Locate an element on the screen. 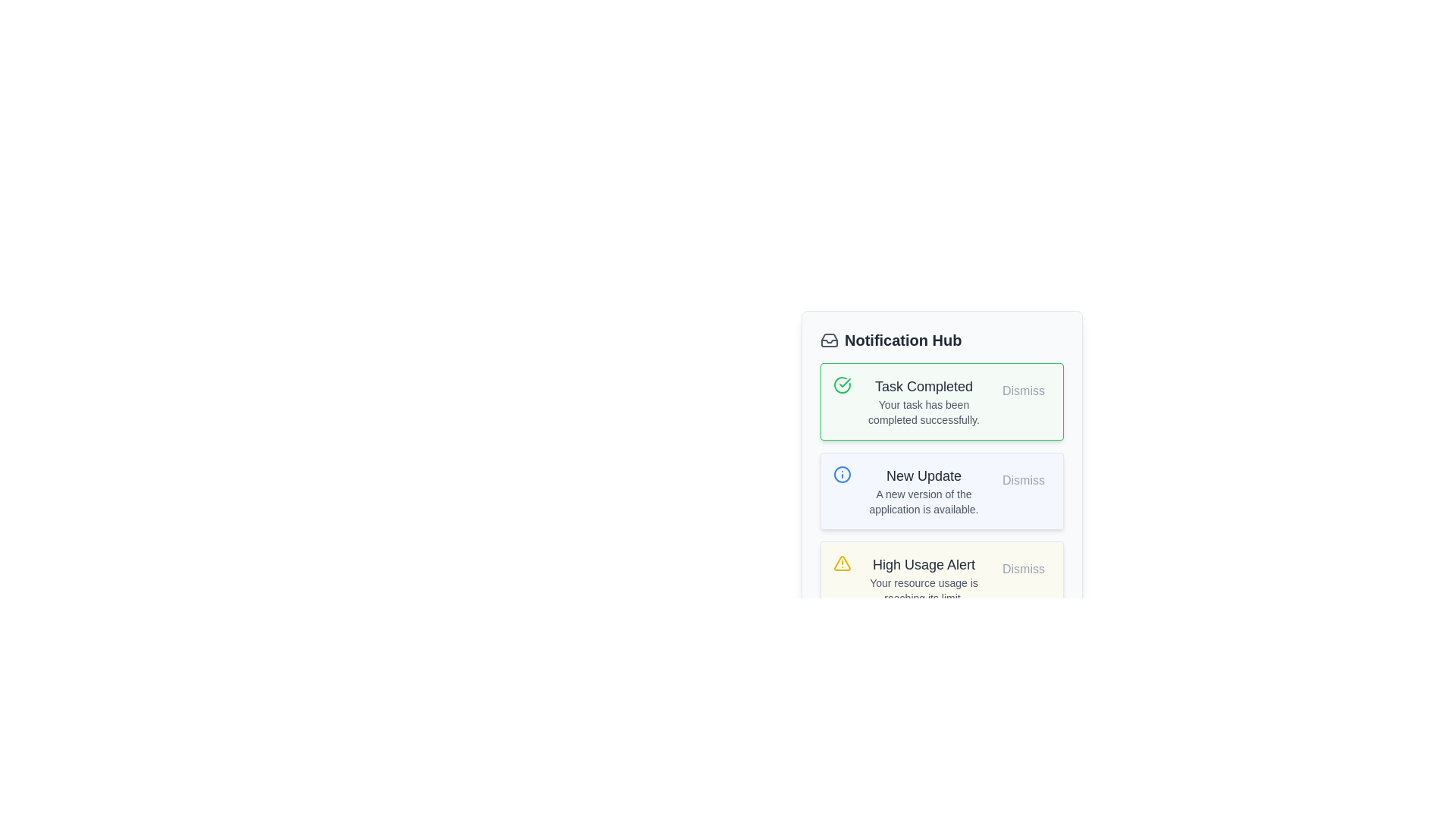  the inbox icon located in the header area of the 'Notification Hub' section, immediately to the left of the section title text labeled 'Notification Hub' is located at coordinates (829, 339).